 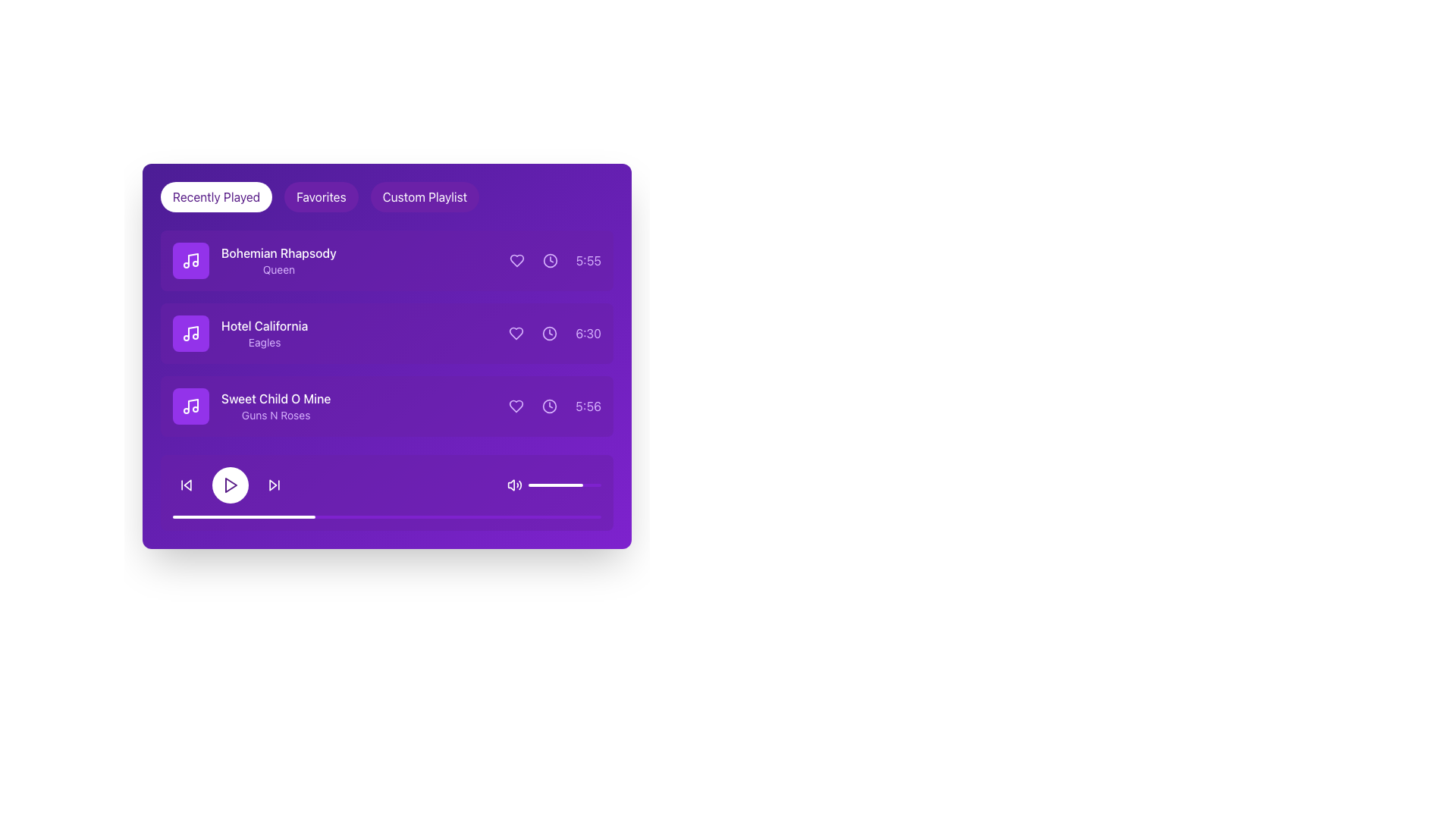 I want to click on the triangular Skip Back icon located in the media control interface, positioned towards the bottom-left corner, to the left of the play button, so click(x=187, y=485).